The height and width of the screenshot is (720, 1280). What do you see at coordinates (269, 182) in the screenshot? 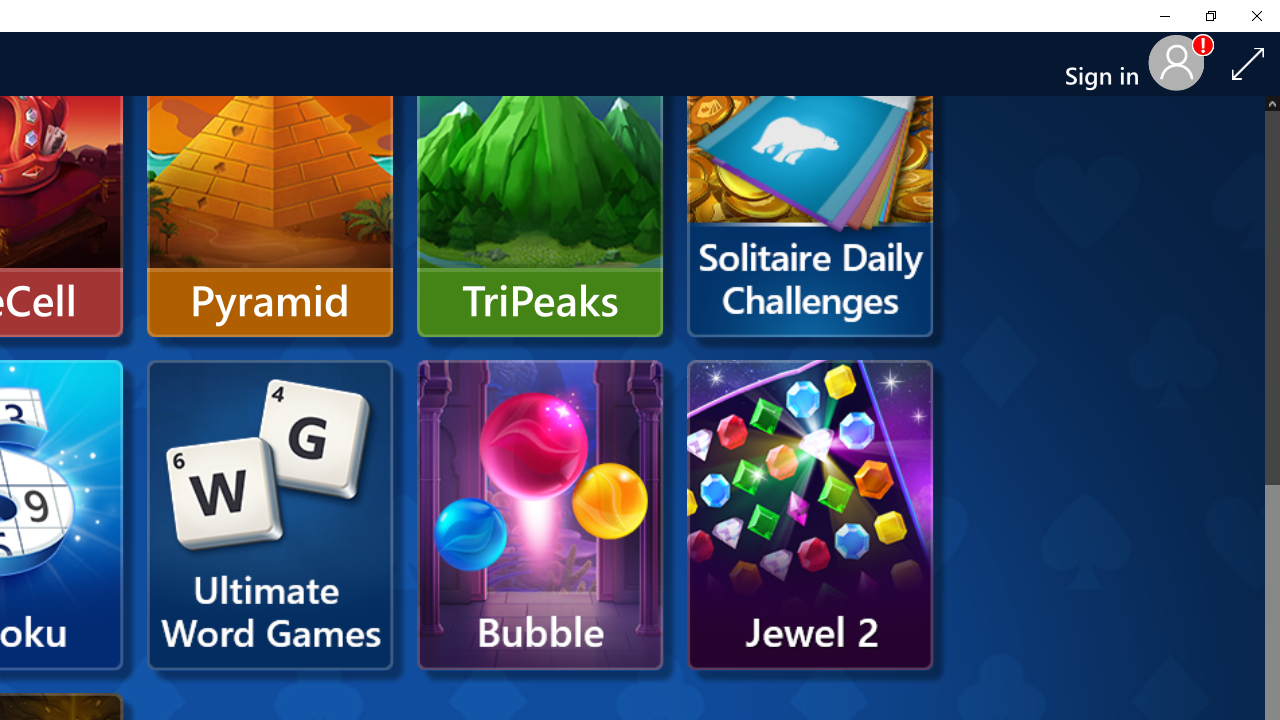
I see `'Pyramid'` at bounding box center [269, 182].